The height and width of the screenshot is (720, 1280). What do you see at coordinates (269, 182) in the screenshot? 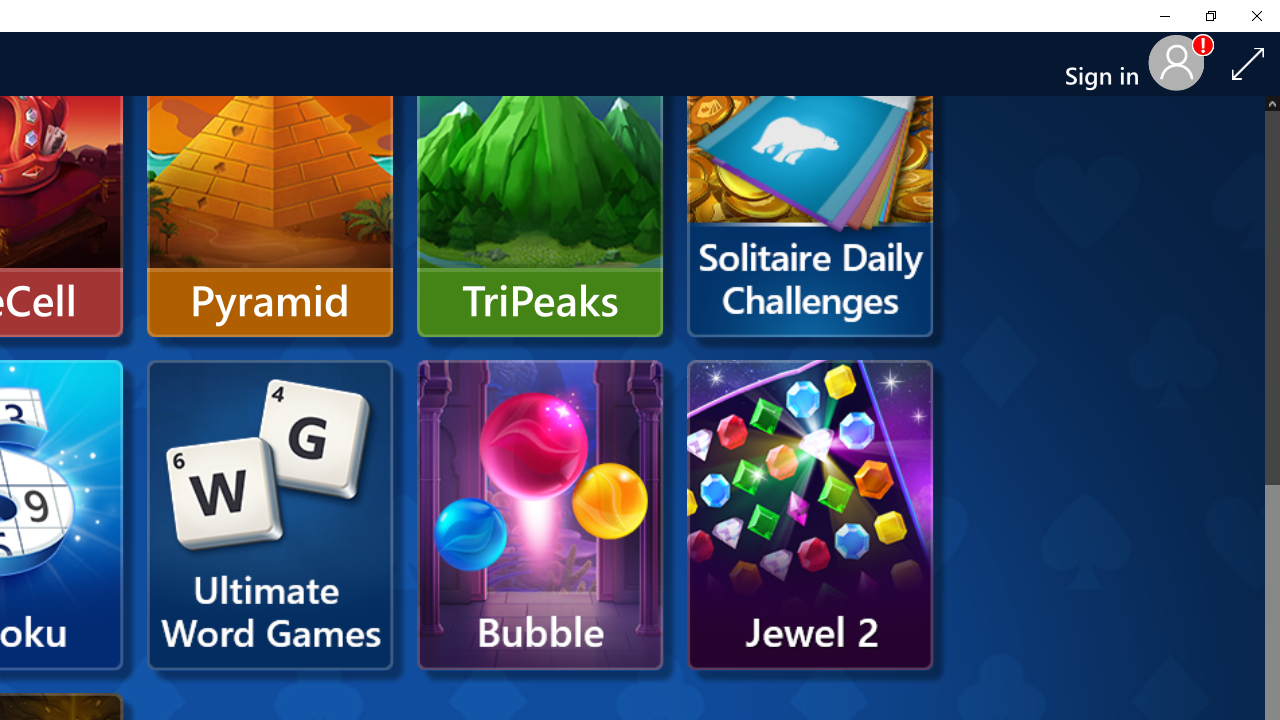
I see `'Pyramid'` at bounding box center [269, 182].